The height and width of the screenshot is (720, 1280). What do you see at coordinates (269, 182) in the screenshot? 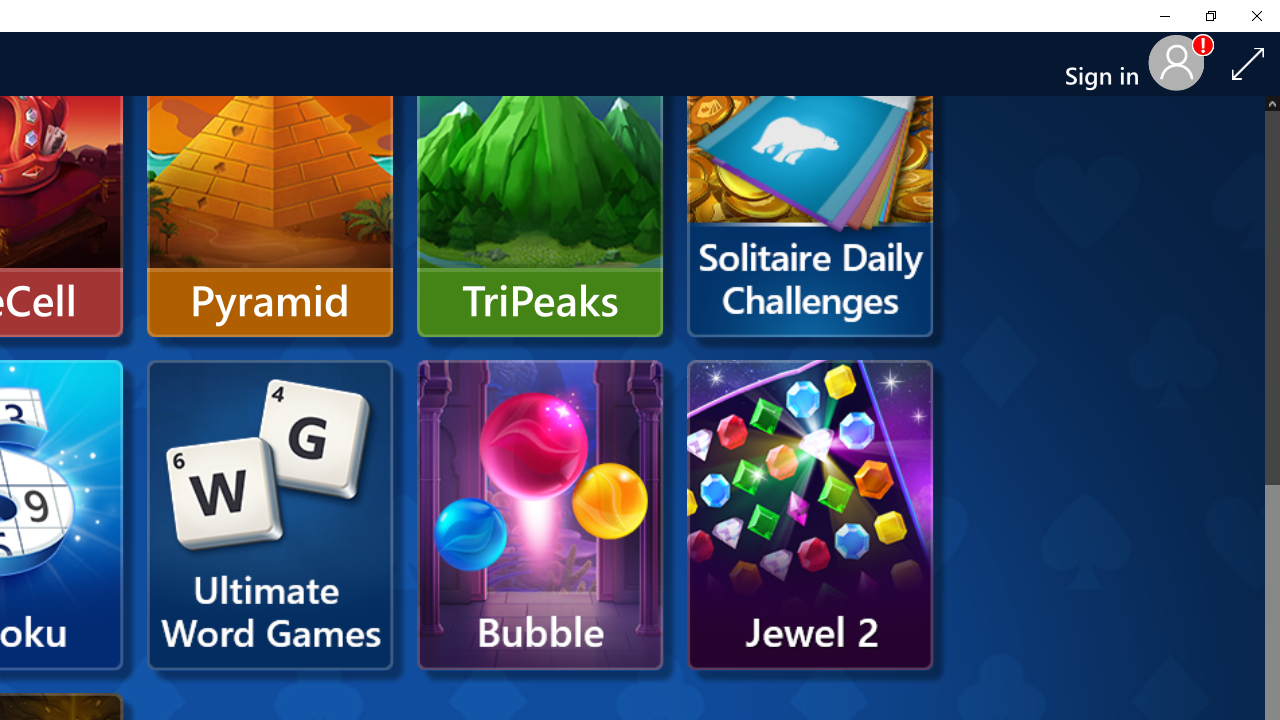
I see `'Pyramid'` at bounding box center [269, 182].